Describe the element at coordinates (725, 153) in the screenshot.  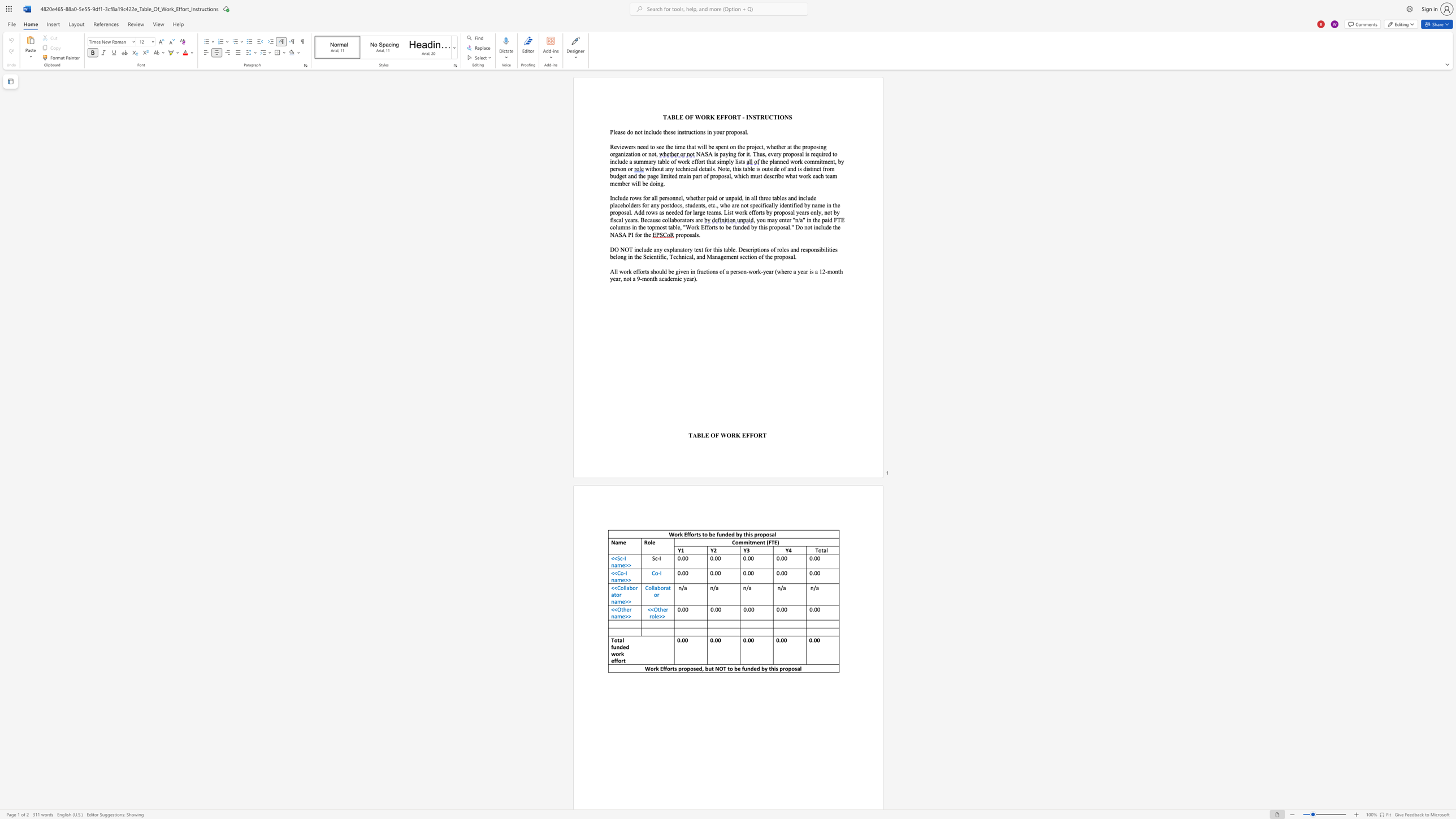
I see `the subset text "ying for it. Thus" within the text "NASA is paying for it. Thus, every proposal is"` at that location.